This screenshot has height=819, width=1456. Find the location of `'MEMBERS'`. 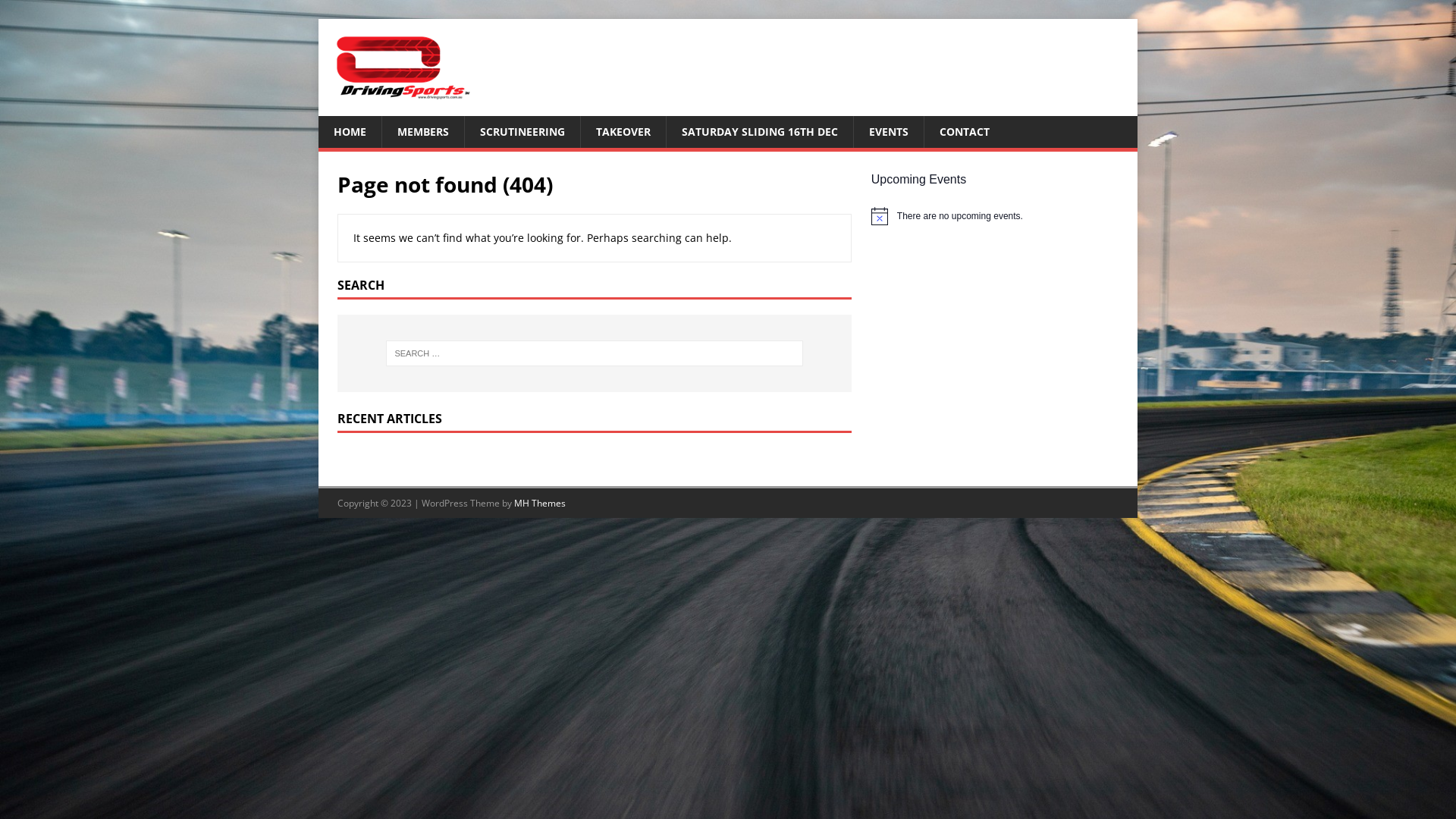

'MEMBERS' is located at coordinates (422, 130).